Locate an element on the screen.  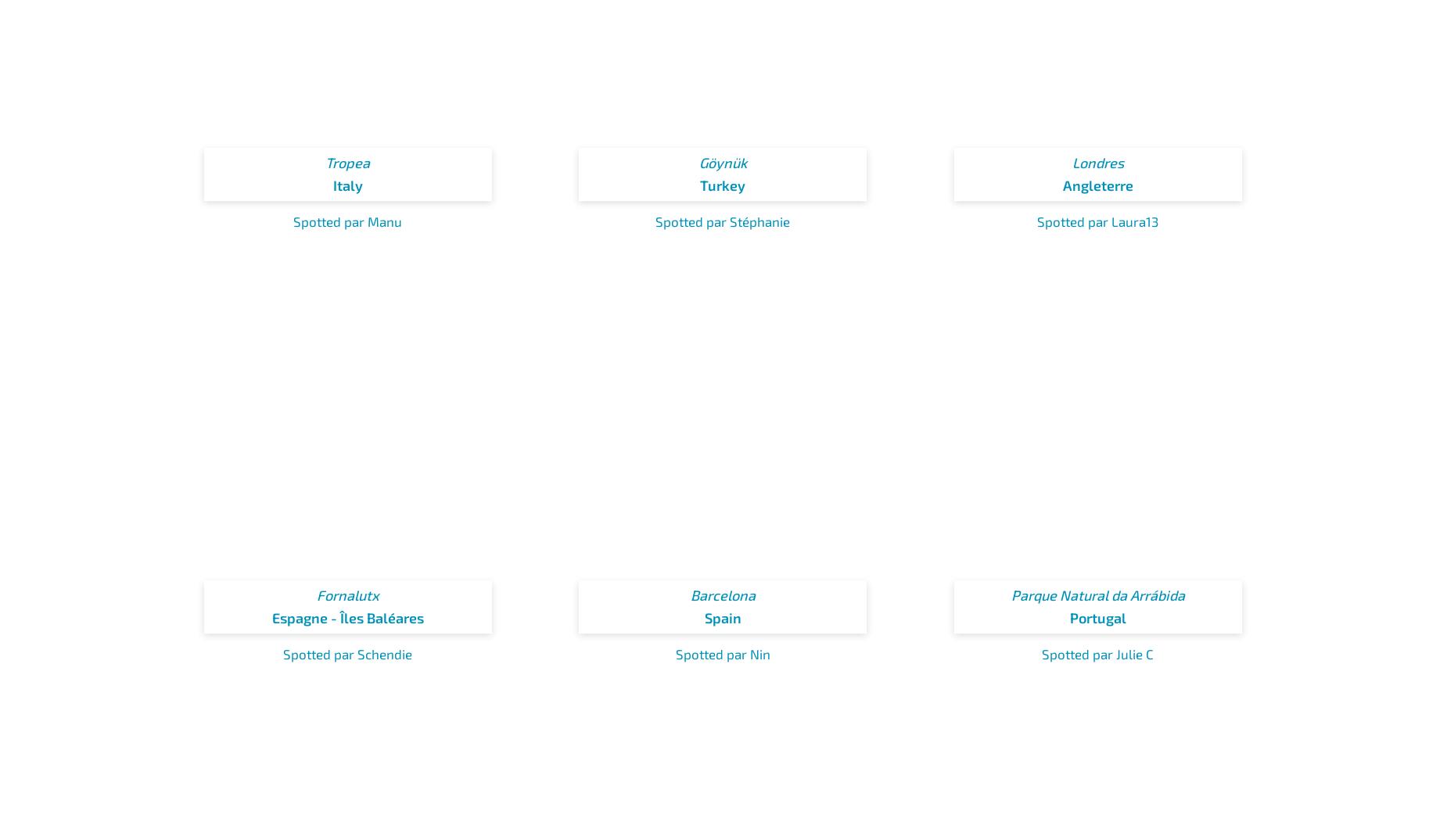
'Spotted par Laura13' is located at coordinates (1097, 221).